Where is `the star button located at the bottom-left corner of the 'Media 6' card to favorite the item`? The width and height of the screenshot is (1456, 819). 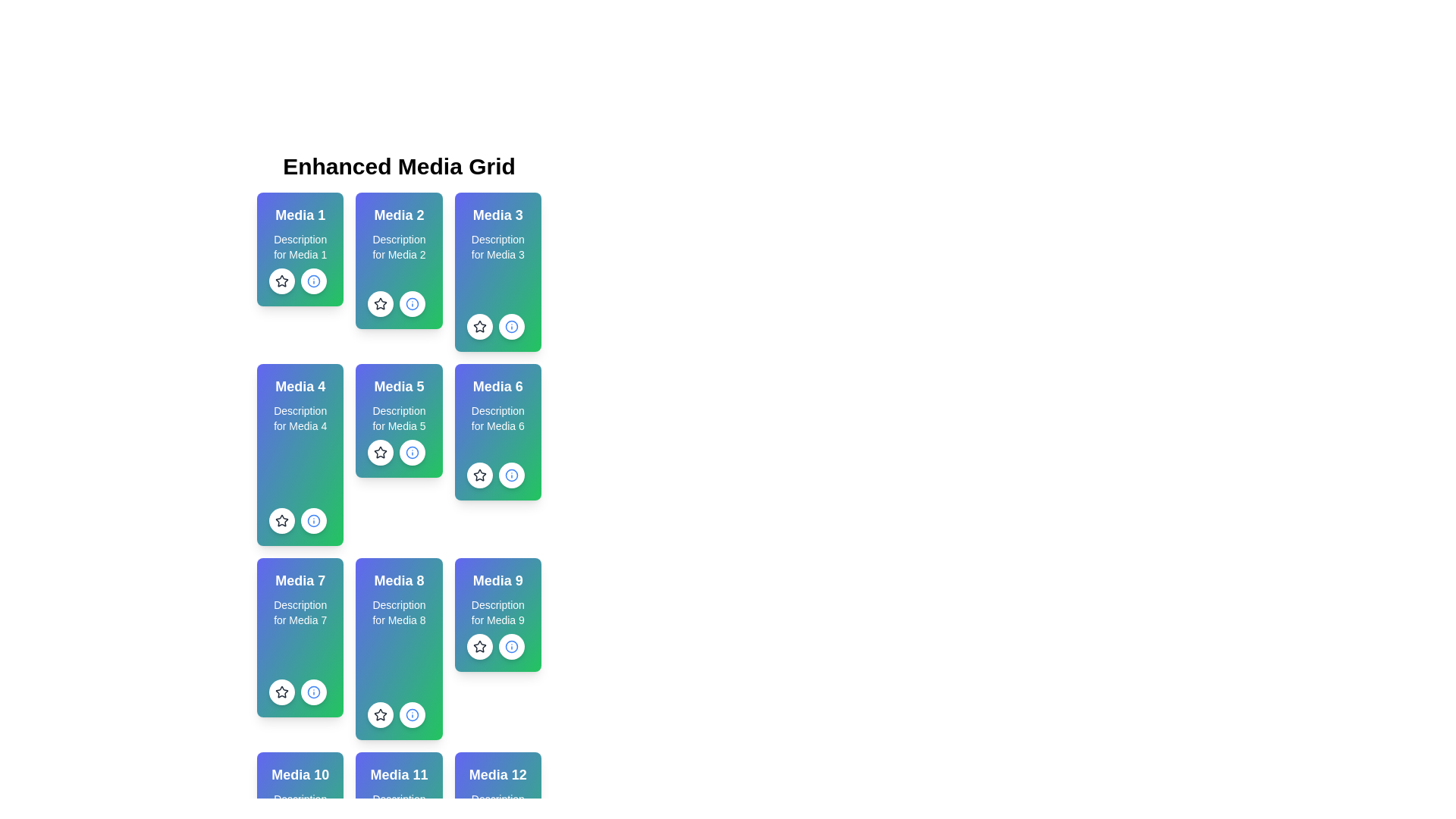 the star button located at the bottom-left corner of the 'Media 6' card to favorite the item is located at coordinates (479, 475).